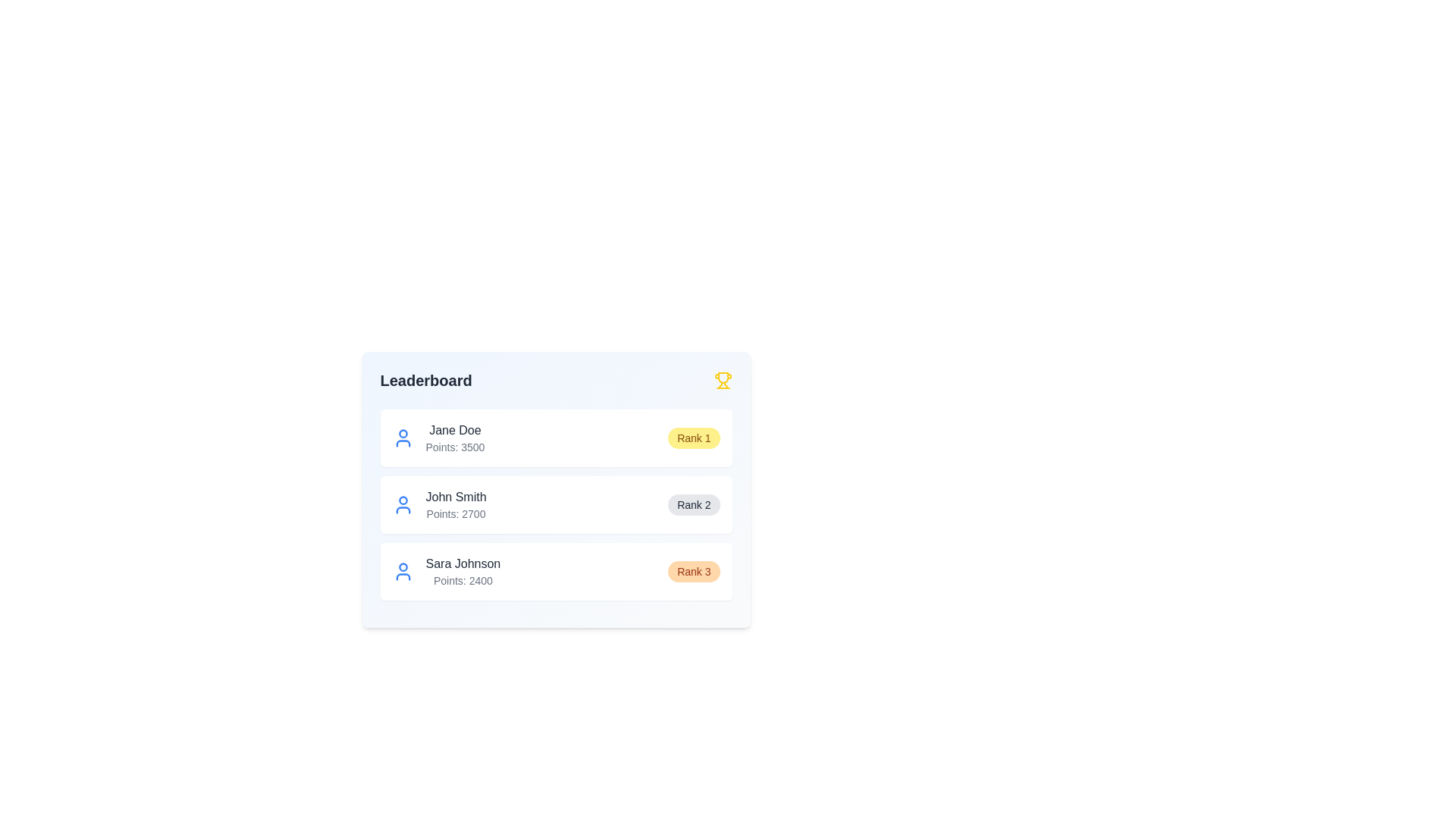 This screenshot has height=819, width=1456. What do you see at coordinates (403, 505) in the screenshot?
I see `the blue user icon that represents 'John Smith' in the leaderboard interface, which is positioned to the left of his name and points` at bounding box center [403, 505].